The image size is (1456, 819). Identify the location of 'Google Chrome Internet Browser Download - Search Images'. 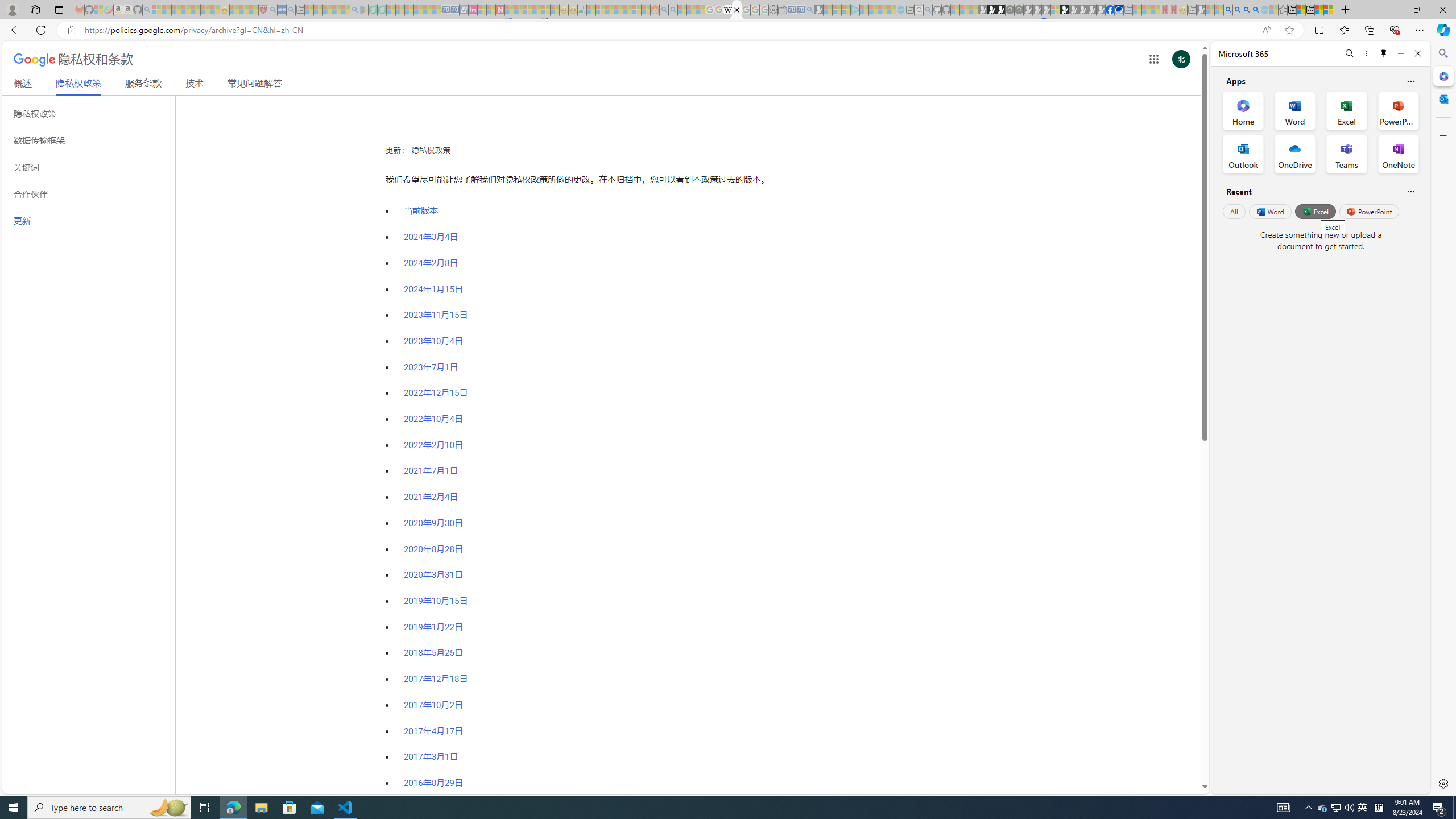
(1256, 9).